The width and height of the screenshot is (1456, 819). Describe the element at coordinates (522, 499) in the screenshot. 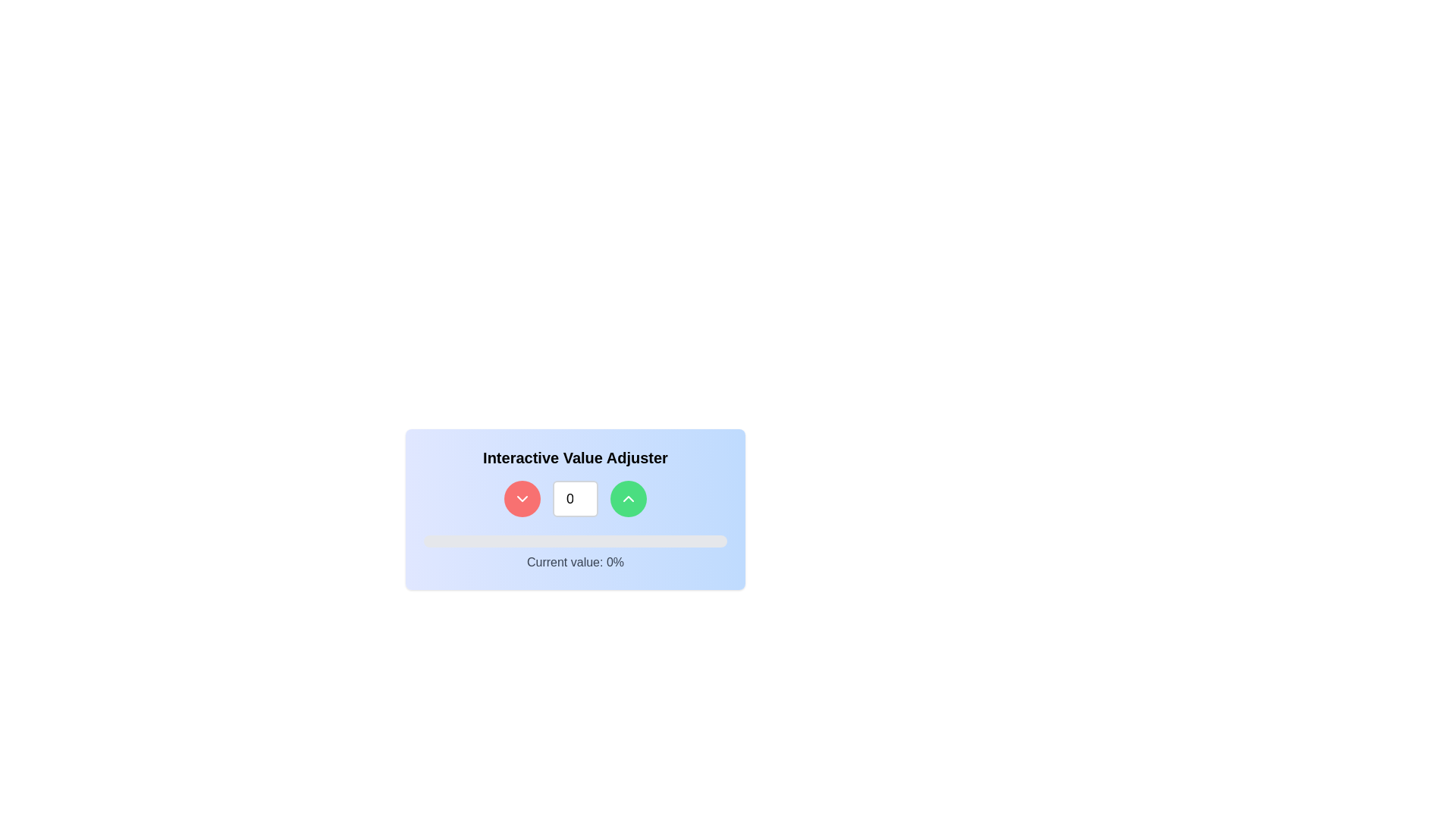

I see `the decrement button located to the left of the number input box to decrease the visible value` at that location.